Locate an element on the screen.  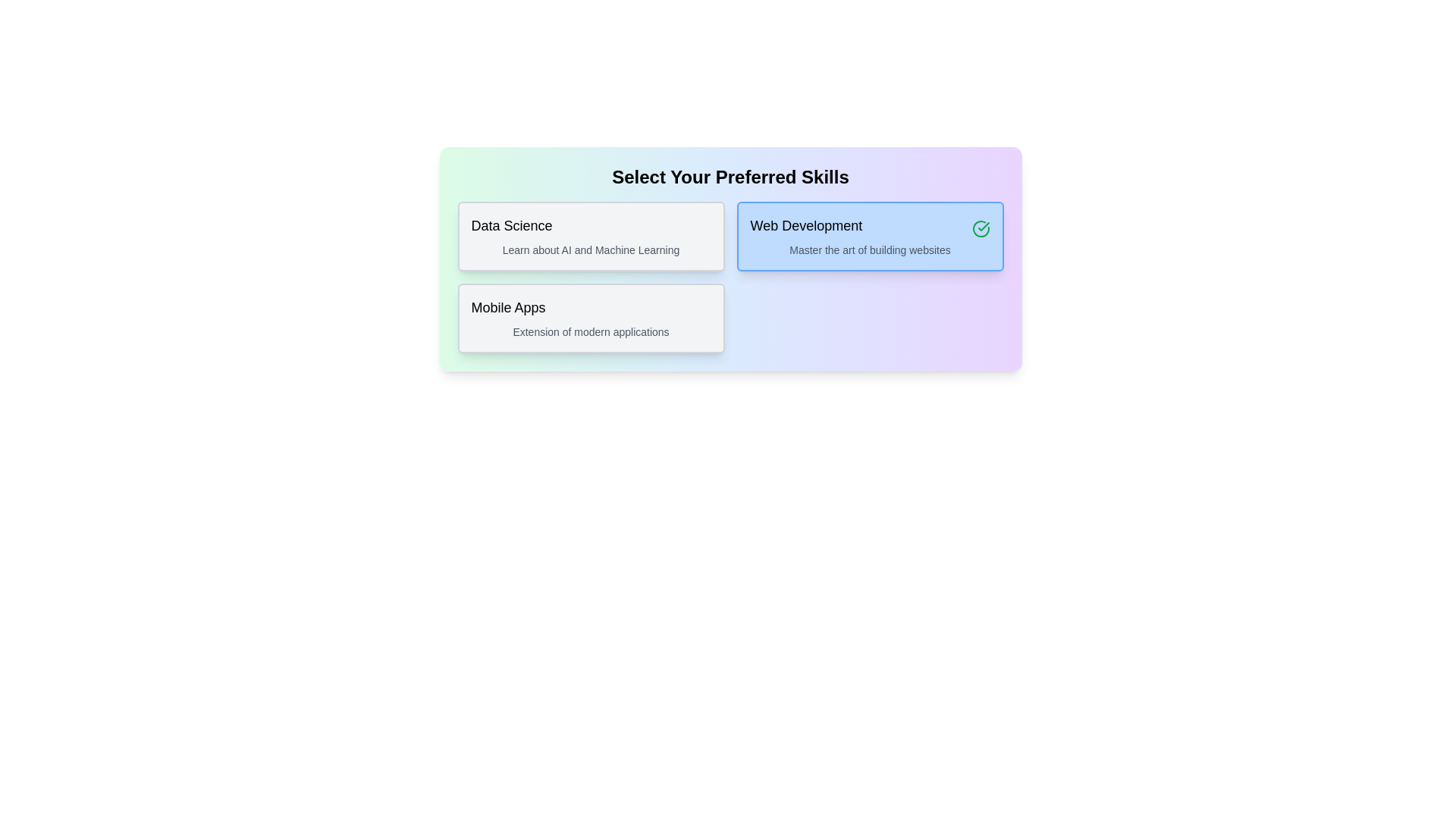
the chip labeled Mobile Apps to observe its hover effect is located at coordinates (590, 318).